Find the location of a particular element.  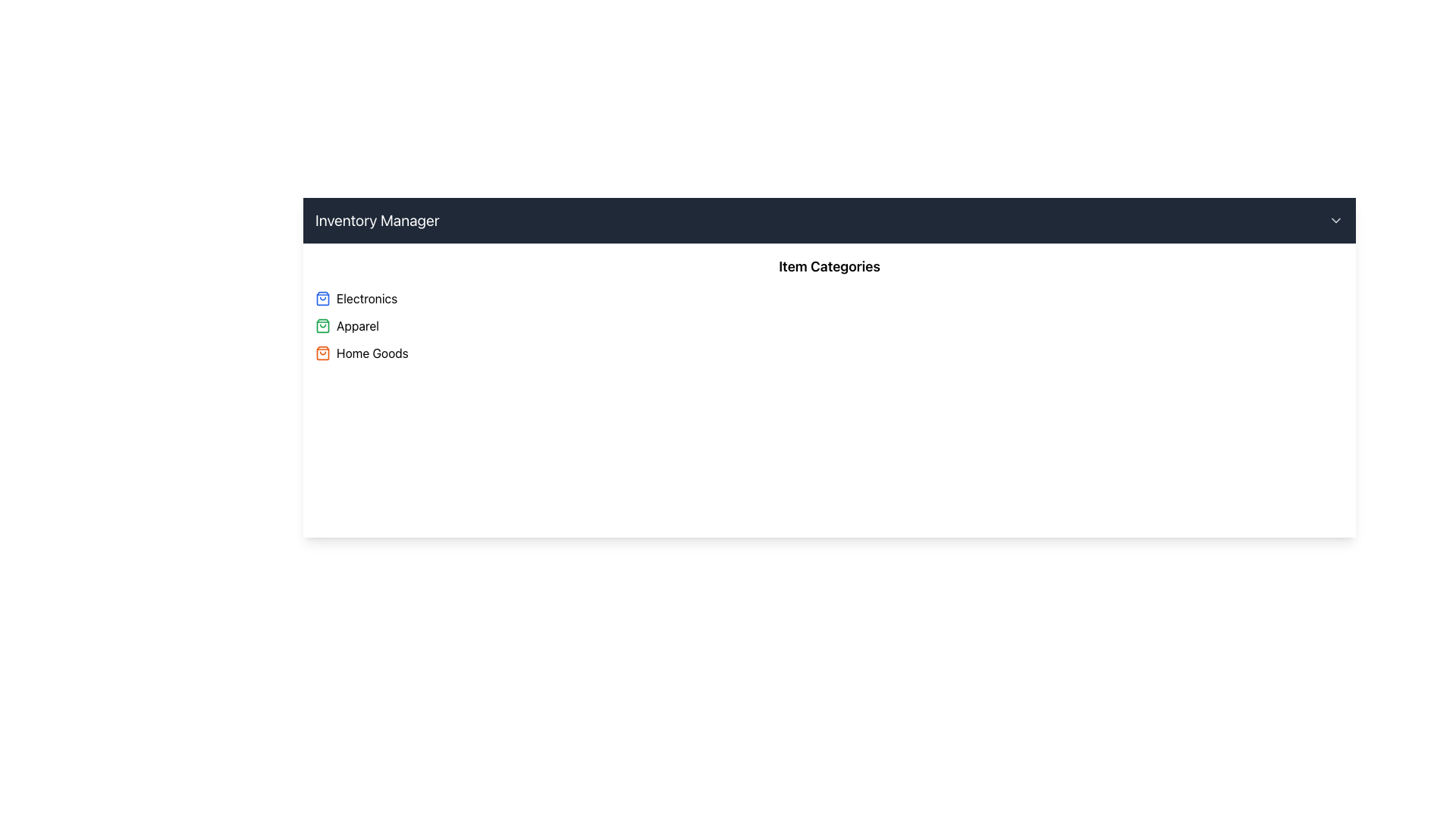

the 'Home Goods' text label is located at coordinates (372, 353).